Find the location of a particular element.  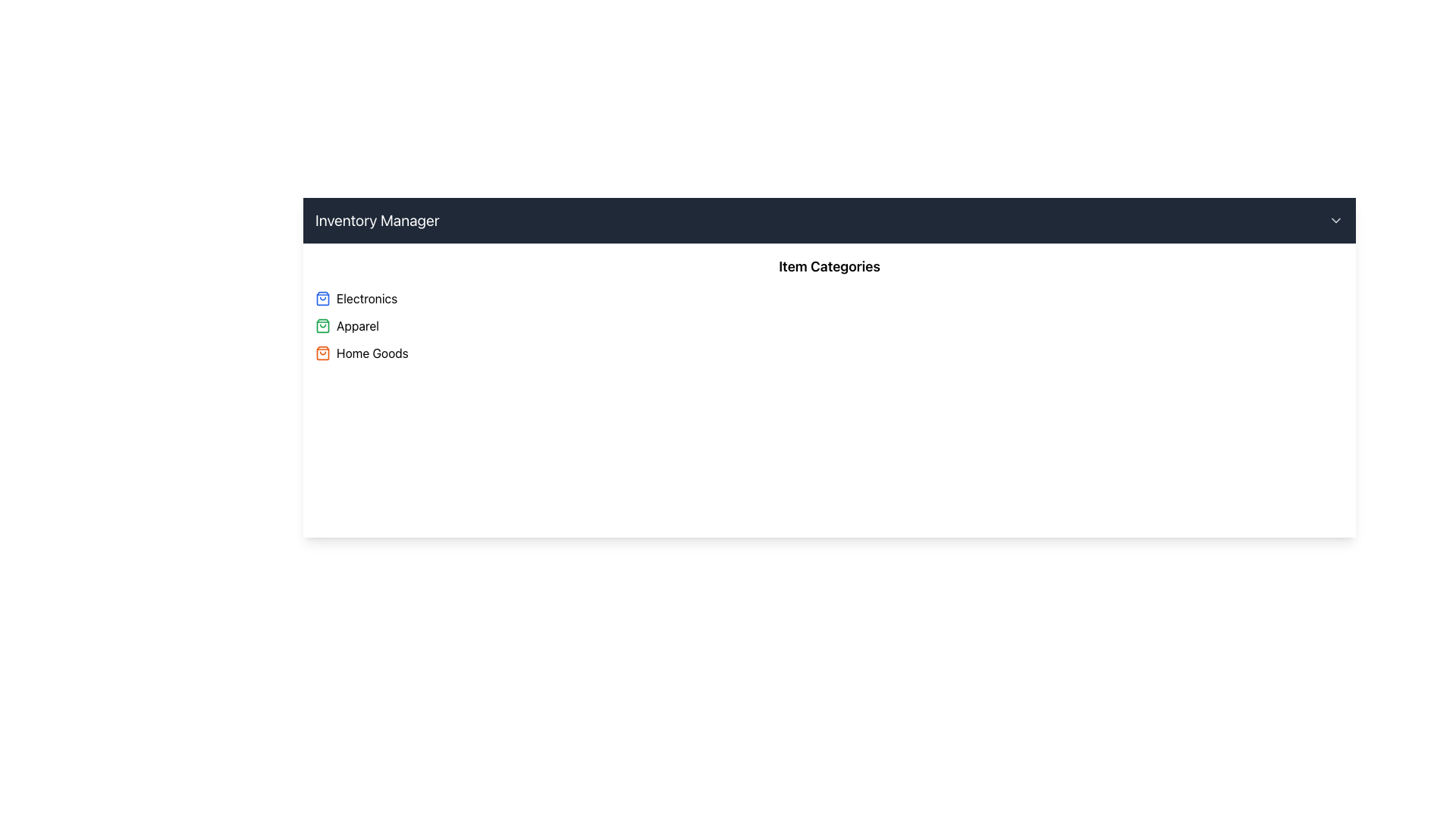

the 'Home Goods' text label is located at coordinates (372, 353).